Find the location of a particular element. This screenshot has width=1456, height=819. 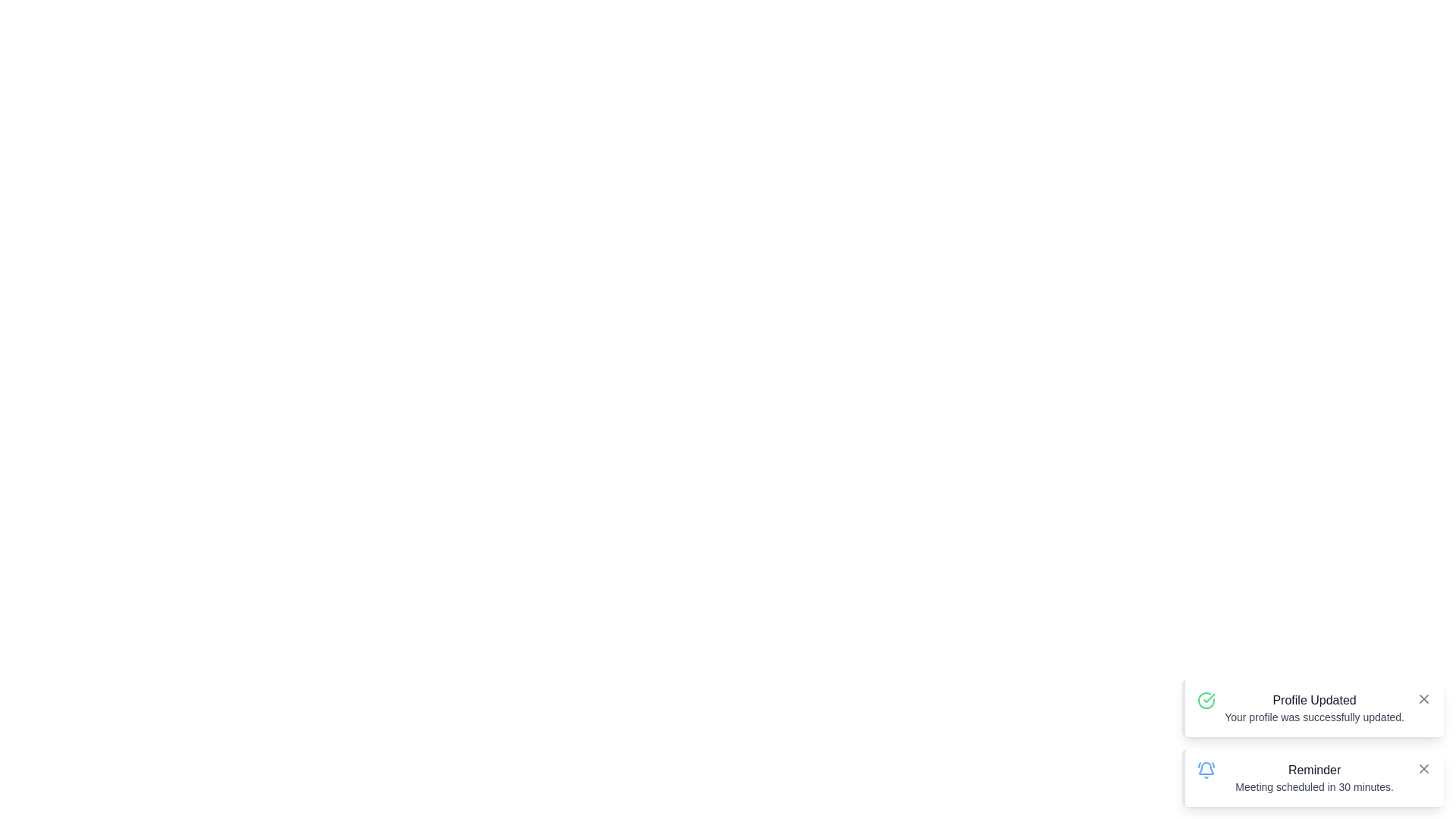

the heading text that indicates the user's profile has been updated, located in the bottom-right area of the interface is located at coordinates (1313, 701).